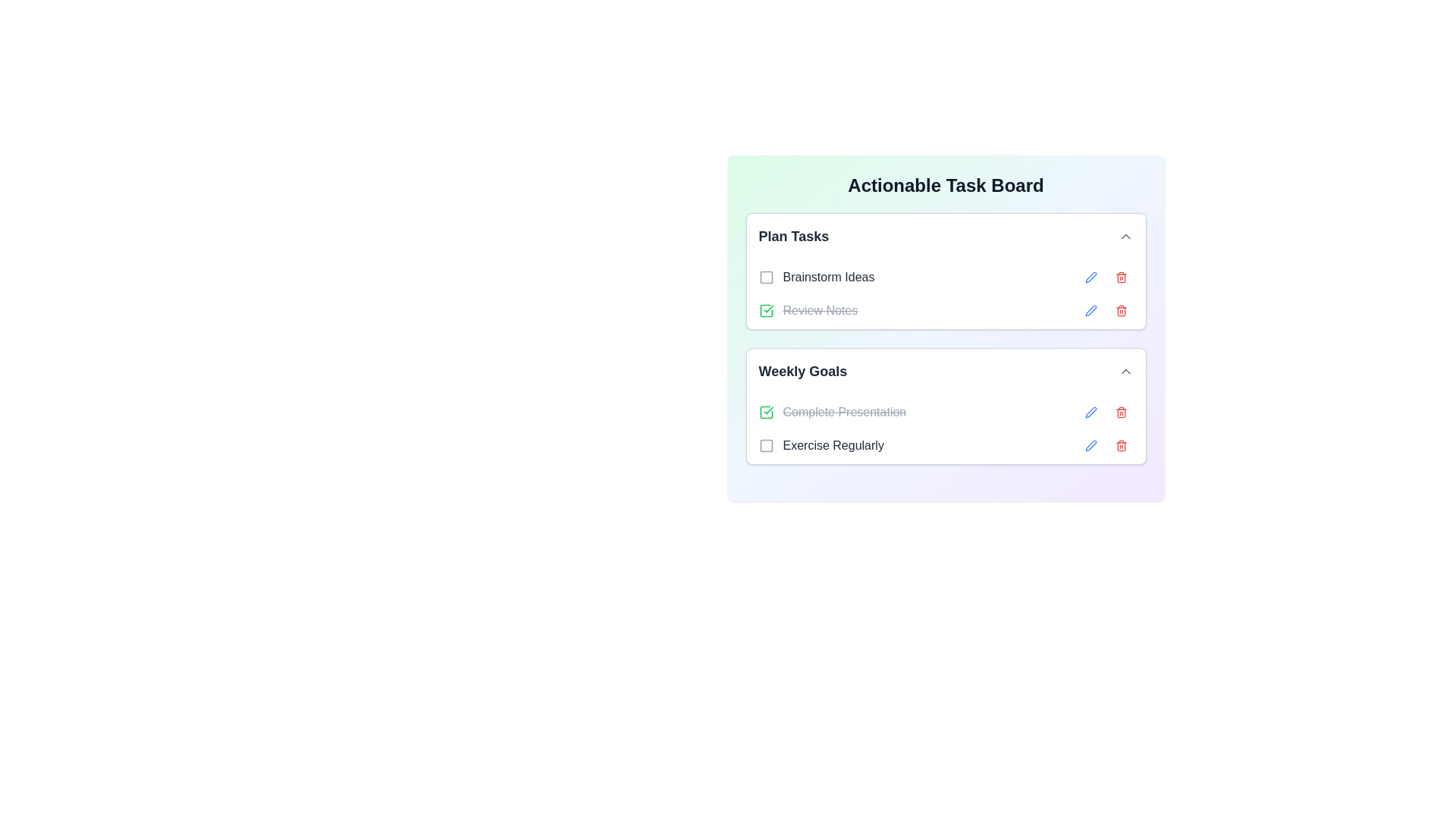 Image resolution: width=1456 pixels, height=819 pixels. Describe the element at coordinates (1125, 237) in the screenshot. I see `the icon located at the top-right corner of the 'Plan Tasks' section header` at that location.